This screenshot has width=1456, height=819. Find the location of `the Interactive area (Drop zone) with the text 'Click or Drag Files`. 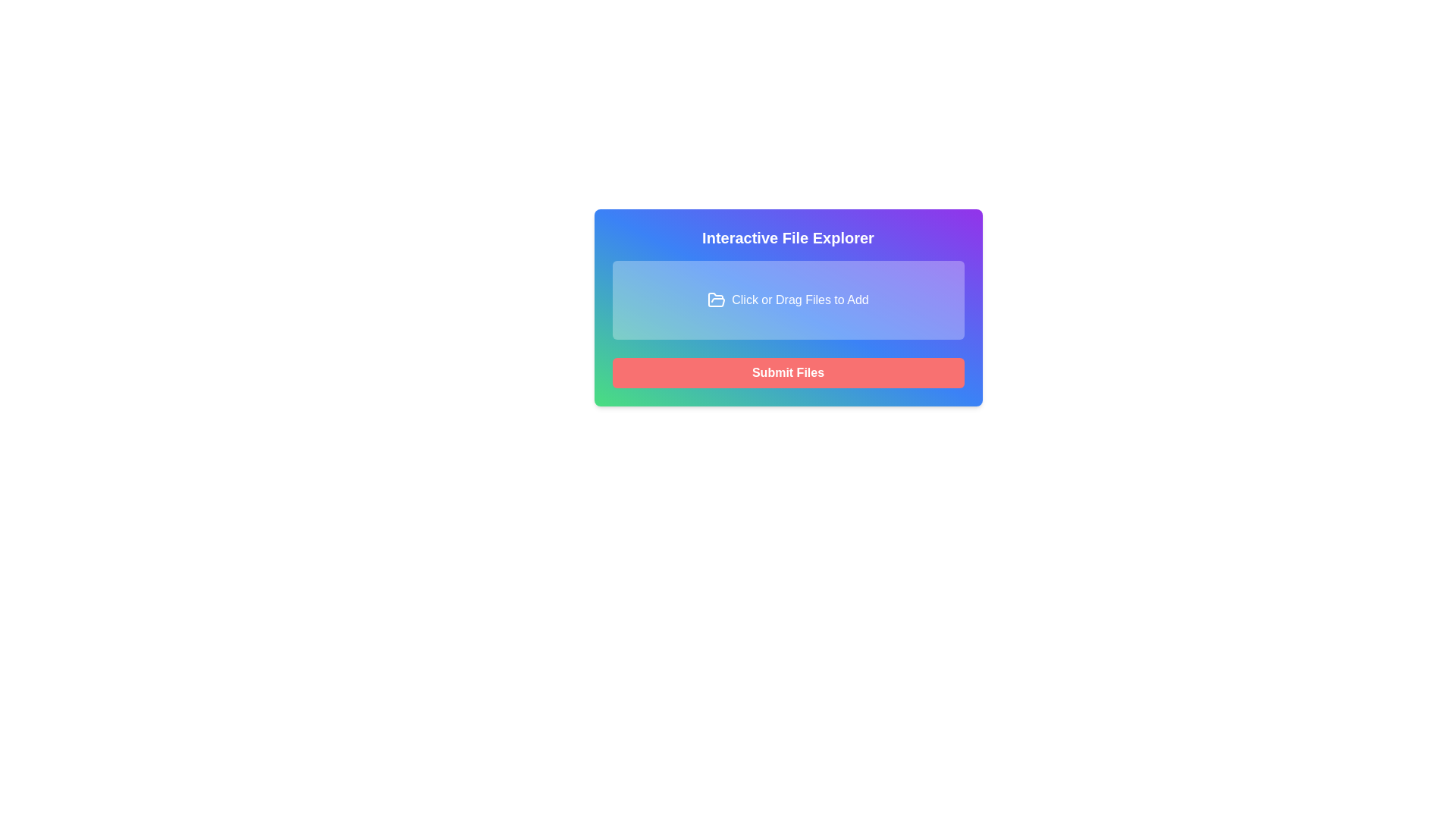

the Interactive area (Drop zone) with the text 'Click or Drag Files is located at coordinates (788, 307).